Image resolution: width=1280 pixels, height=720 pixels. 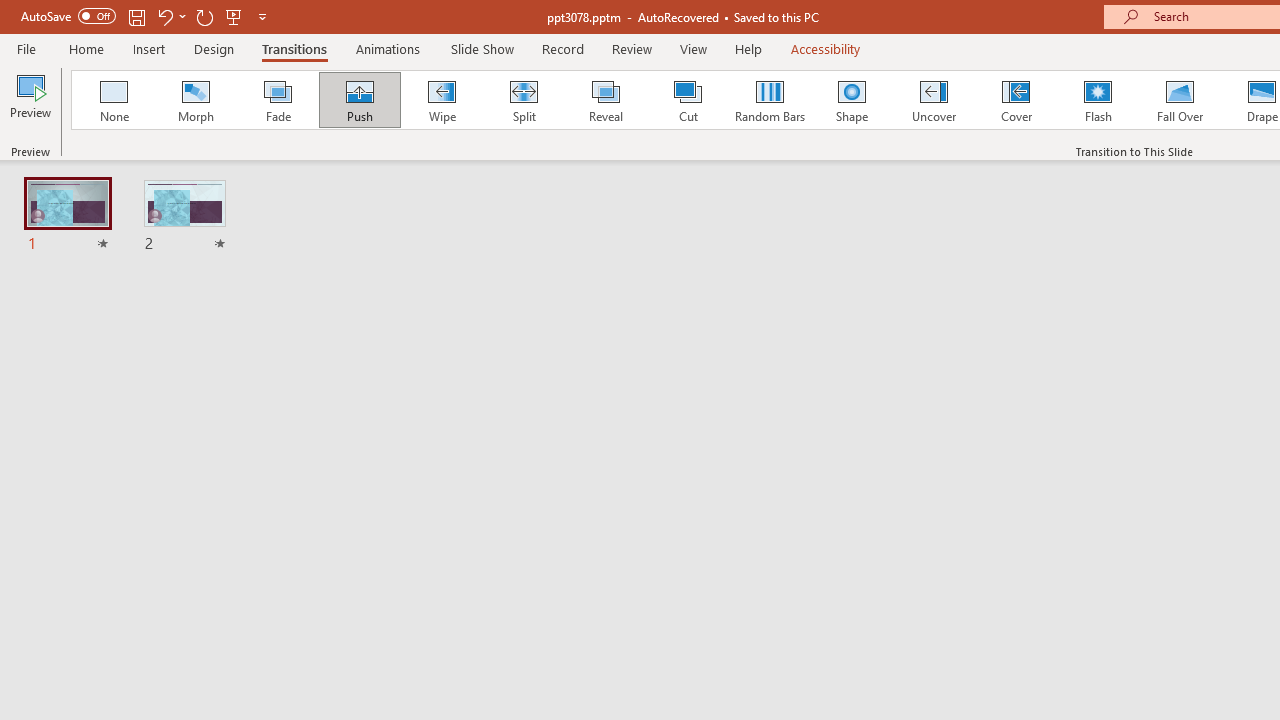 What do you see at coordinates (195, 100) in the screenshot?
I see `'Morph'` at bounding box center [195, 100].